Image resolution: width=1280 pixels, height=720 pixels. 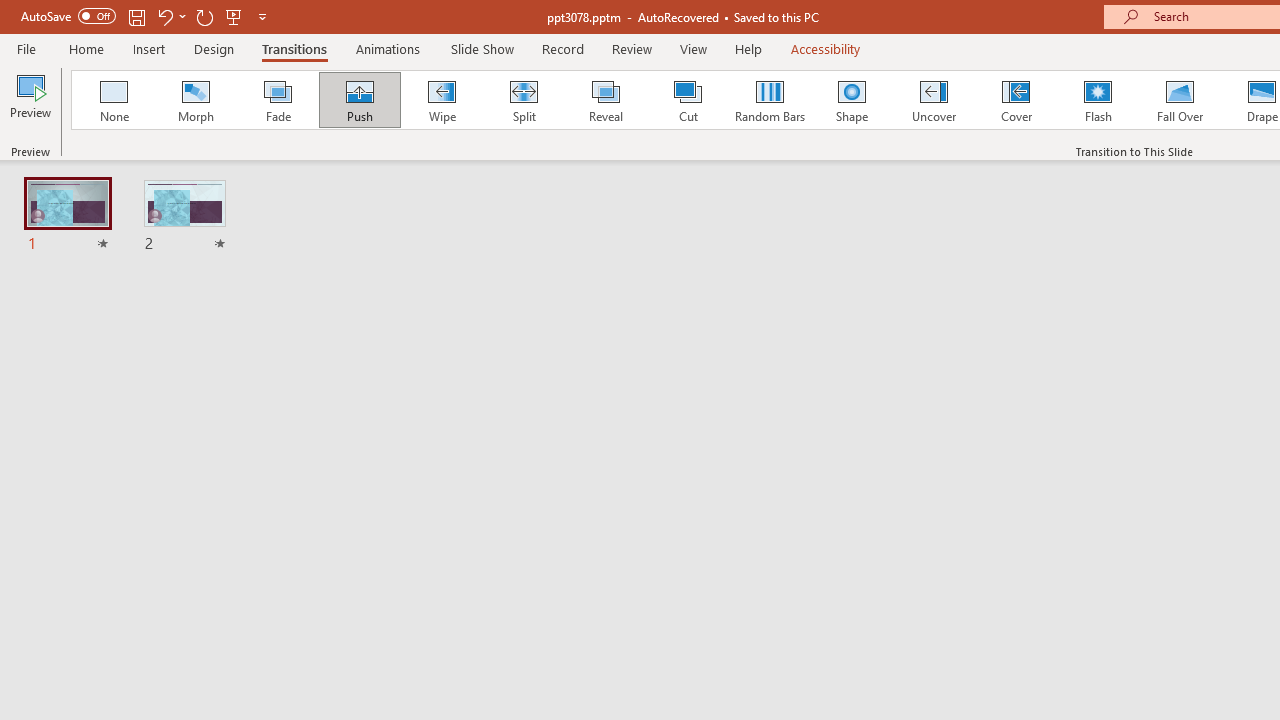 What do you see at coordinates (195, 100) in the screenshot?
I see `'Morph'` at bounding box center [195, 100].